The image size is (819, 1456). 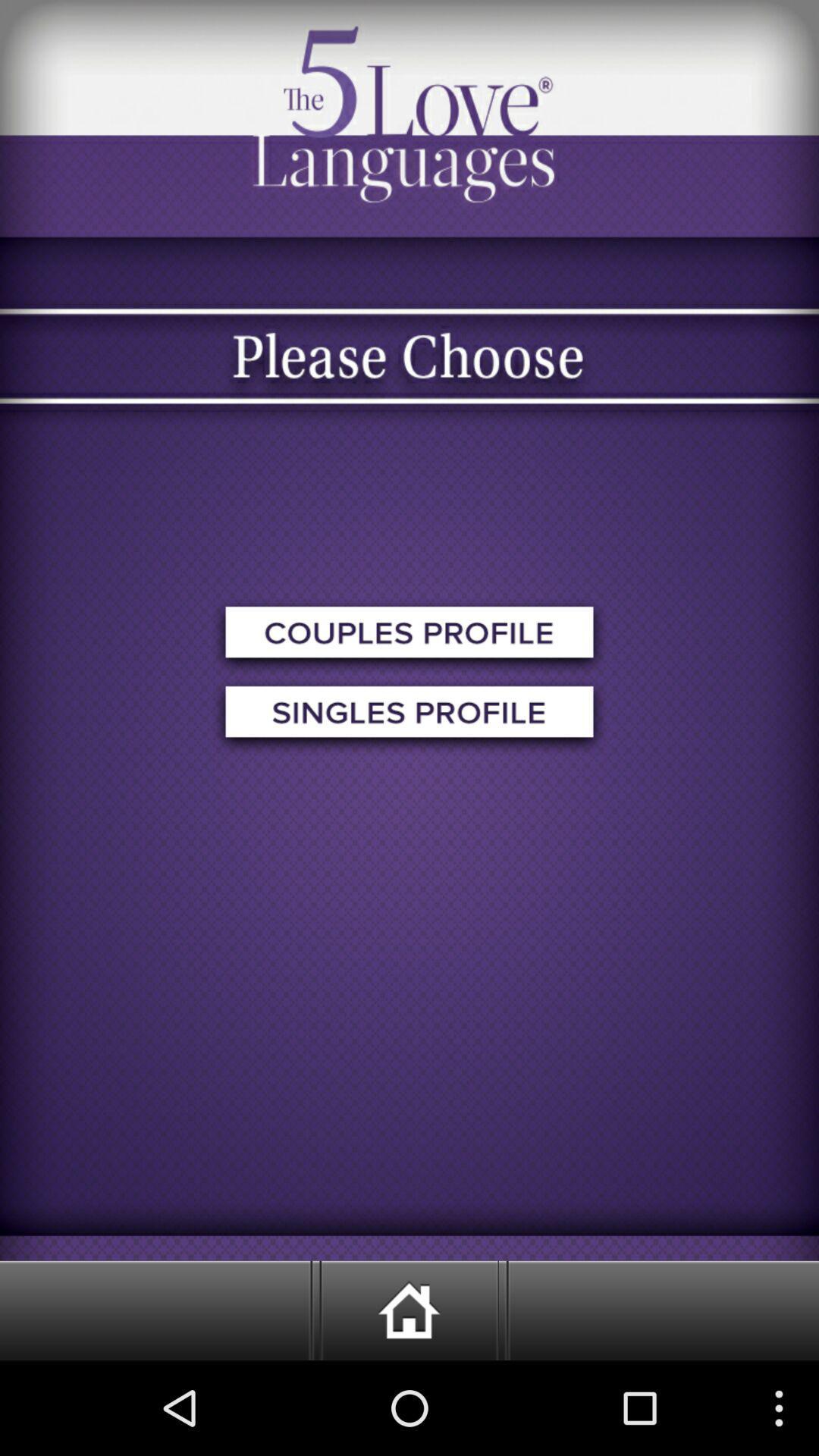 What do you see at coordinates (409, 716) in the screenshot?
I see `open page` at bounding box center [409, 716].